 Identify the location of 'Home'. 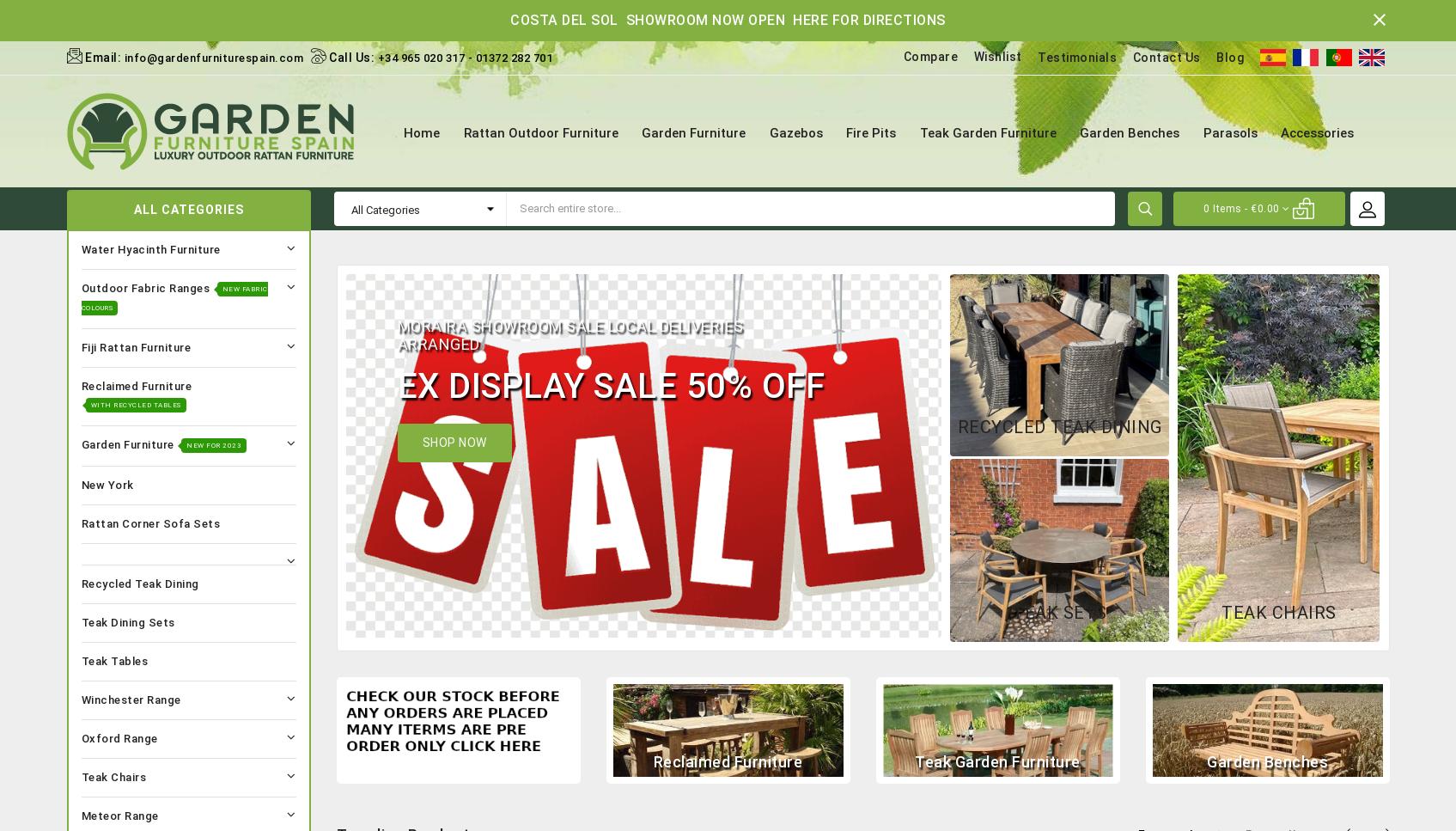
(421, 132).